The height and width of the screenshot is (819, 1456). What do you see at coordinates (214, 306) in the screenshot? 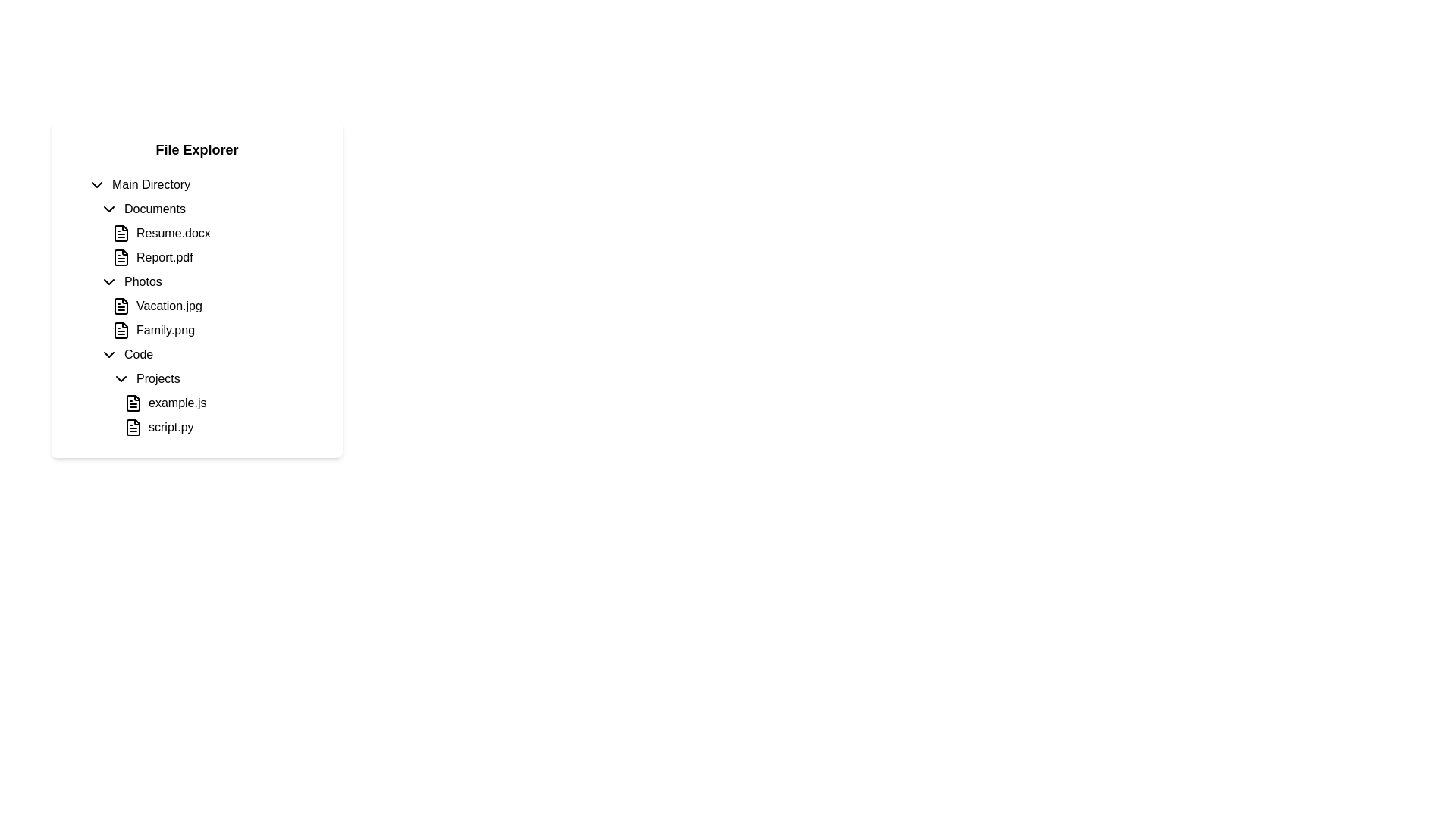
I see `the file entry item labeled 'Vacation.jpg' in the 'Photos' section of the file explorer` at bounding box center [214, 306].